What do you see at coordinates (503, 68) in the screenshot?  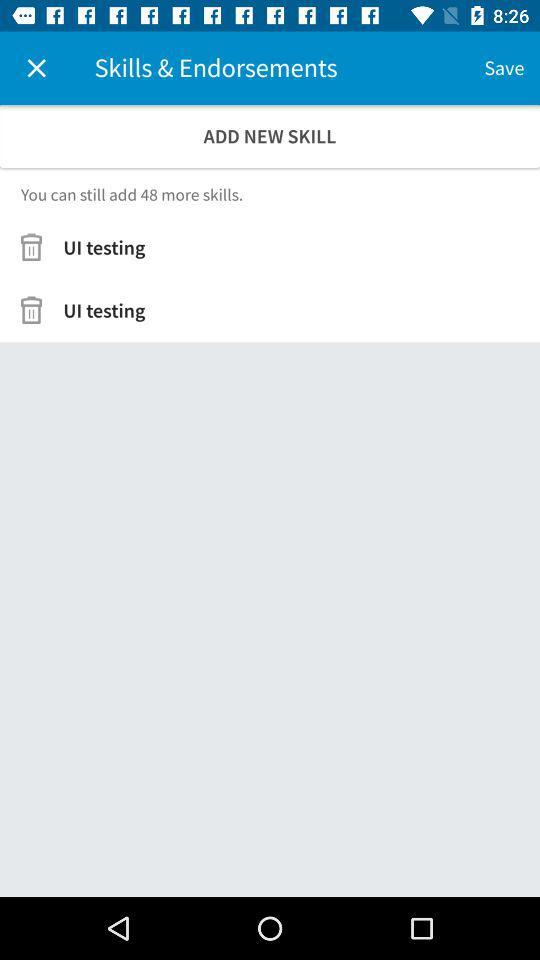 I see `save` at bounding box center [503, 68].